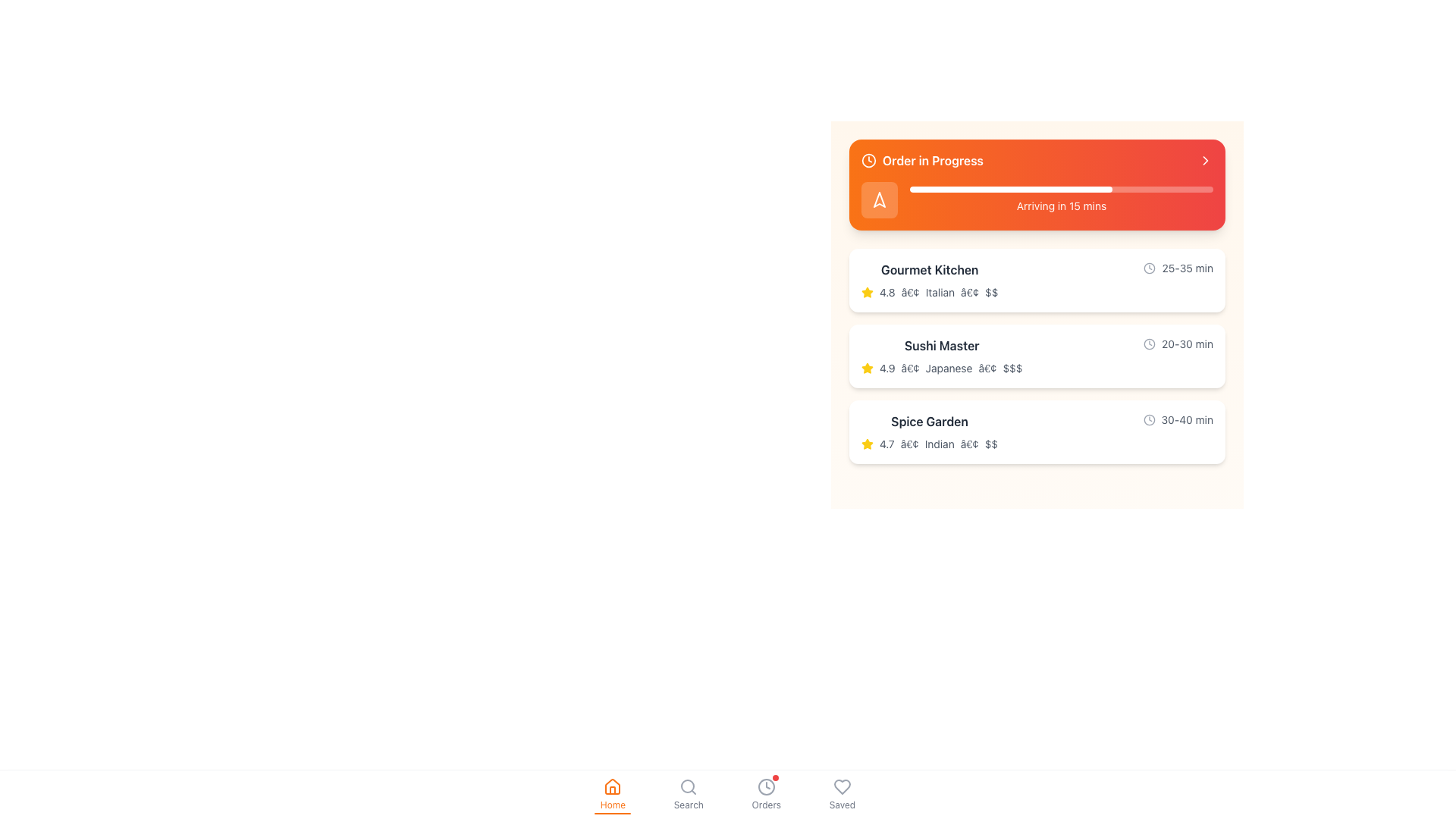 The image size is (1456, 819). I want to click on the numeric text label '4.8' which is styled in gray and located next to a yellow star icon, representing a rating in the first item of the list, so click(887, 292).